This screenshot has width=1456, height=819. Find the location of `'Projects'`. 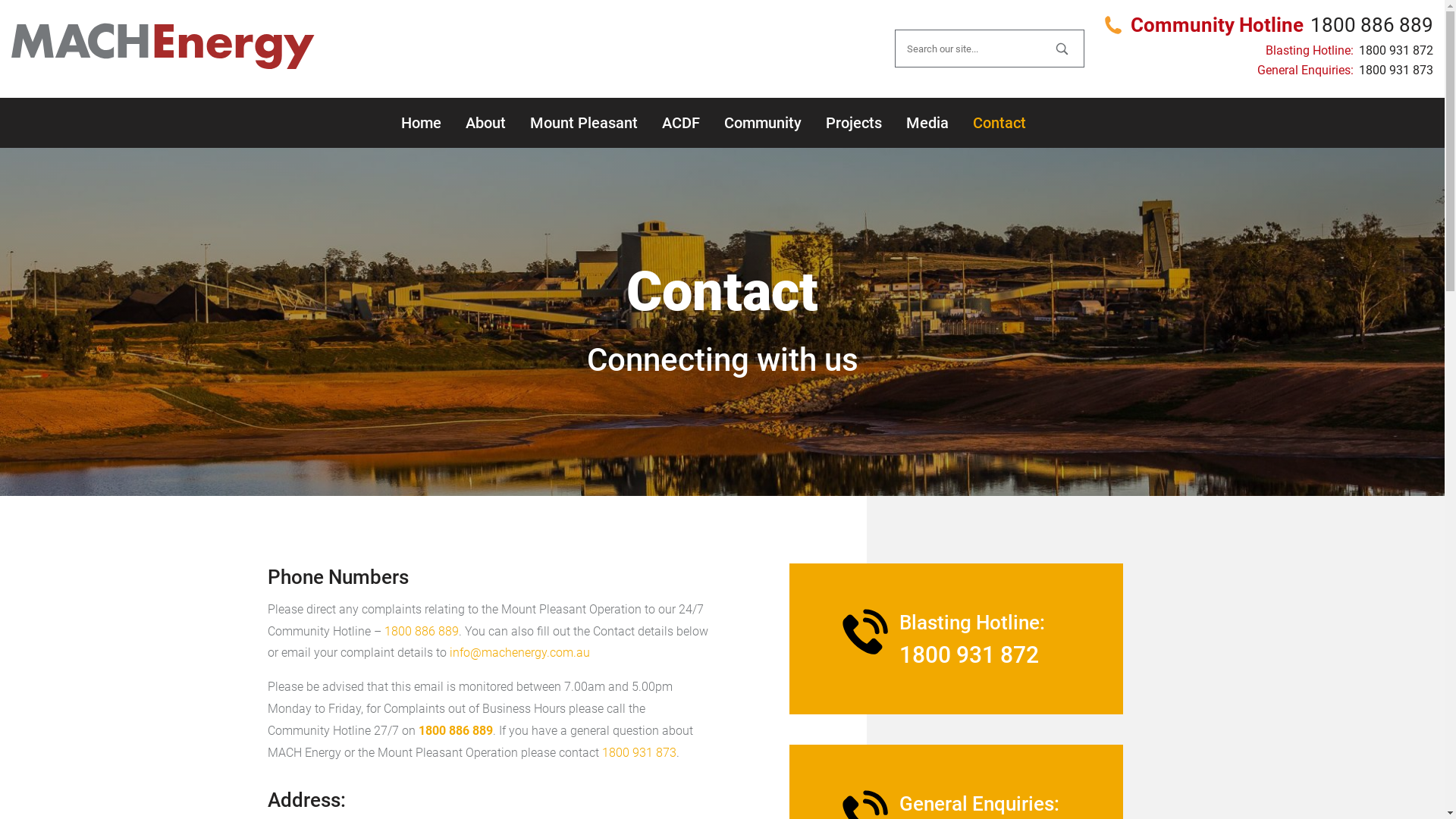

'Projects' is located at coordinates (852, 122).